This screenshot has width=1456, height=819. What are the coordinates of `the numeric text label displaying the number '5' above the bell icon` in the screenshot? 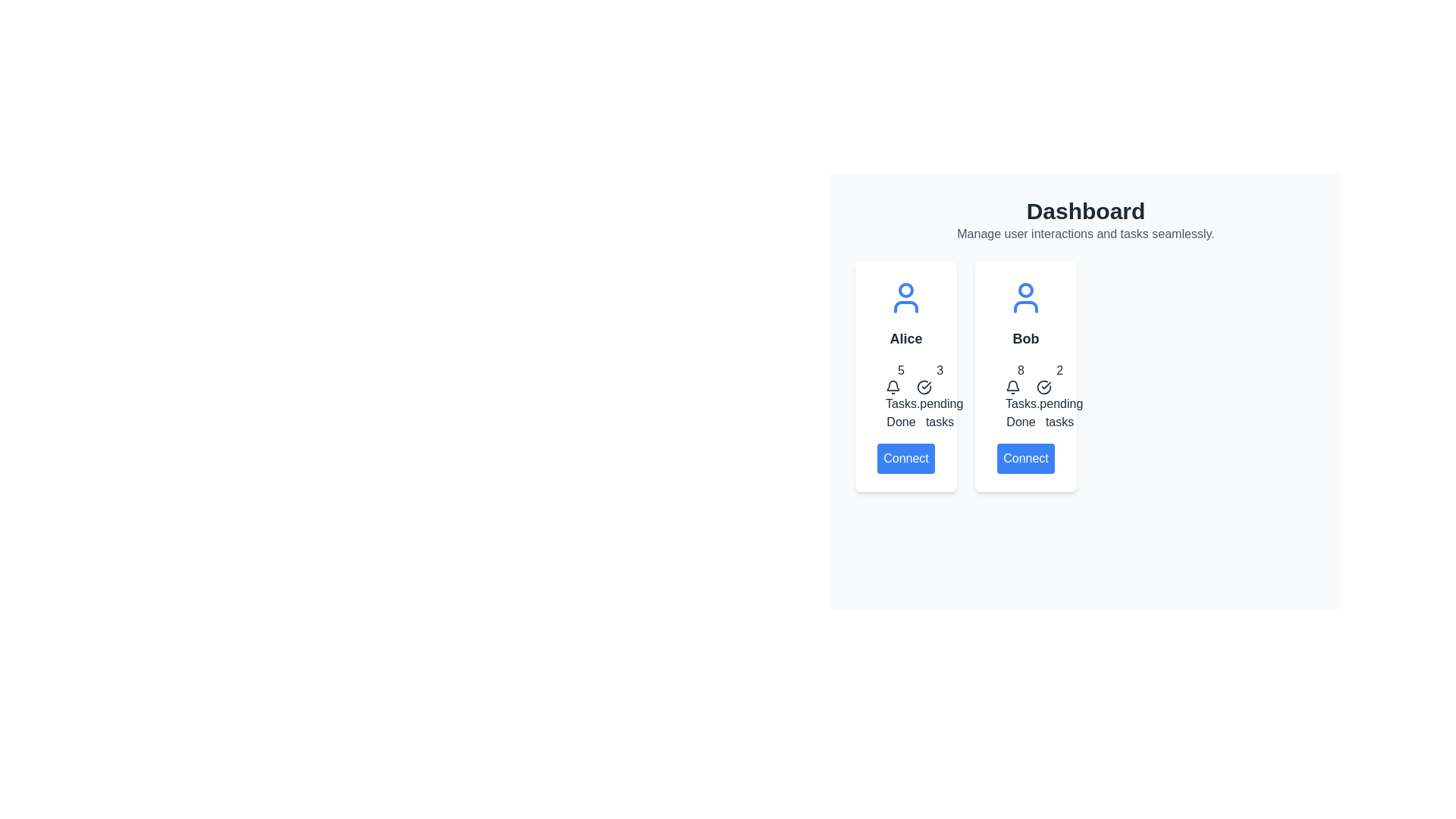 It's located at (901, 371).